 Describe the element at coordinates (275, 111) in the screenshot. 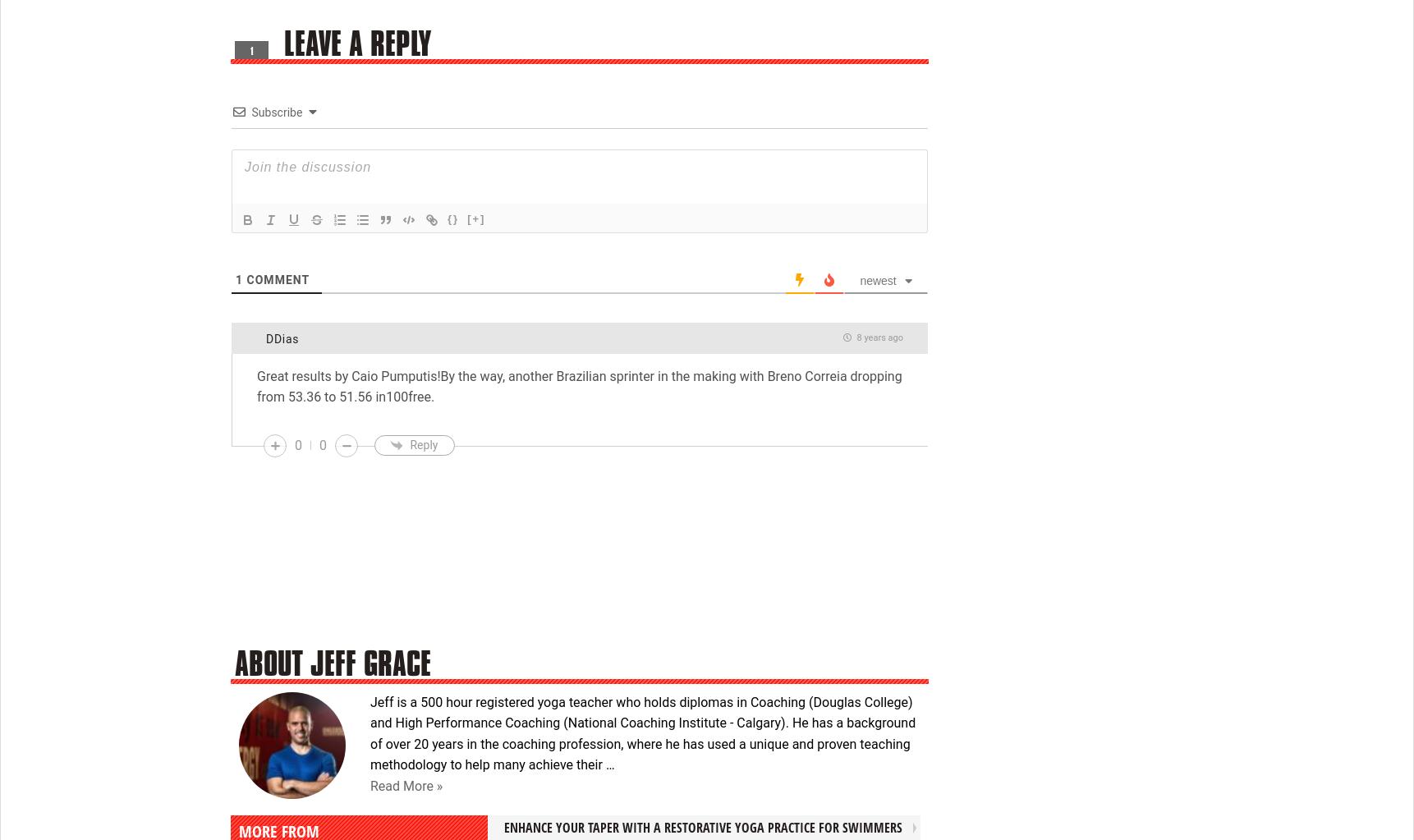

I see `'Subscribe'` at that location.